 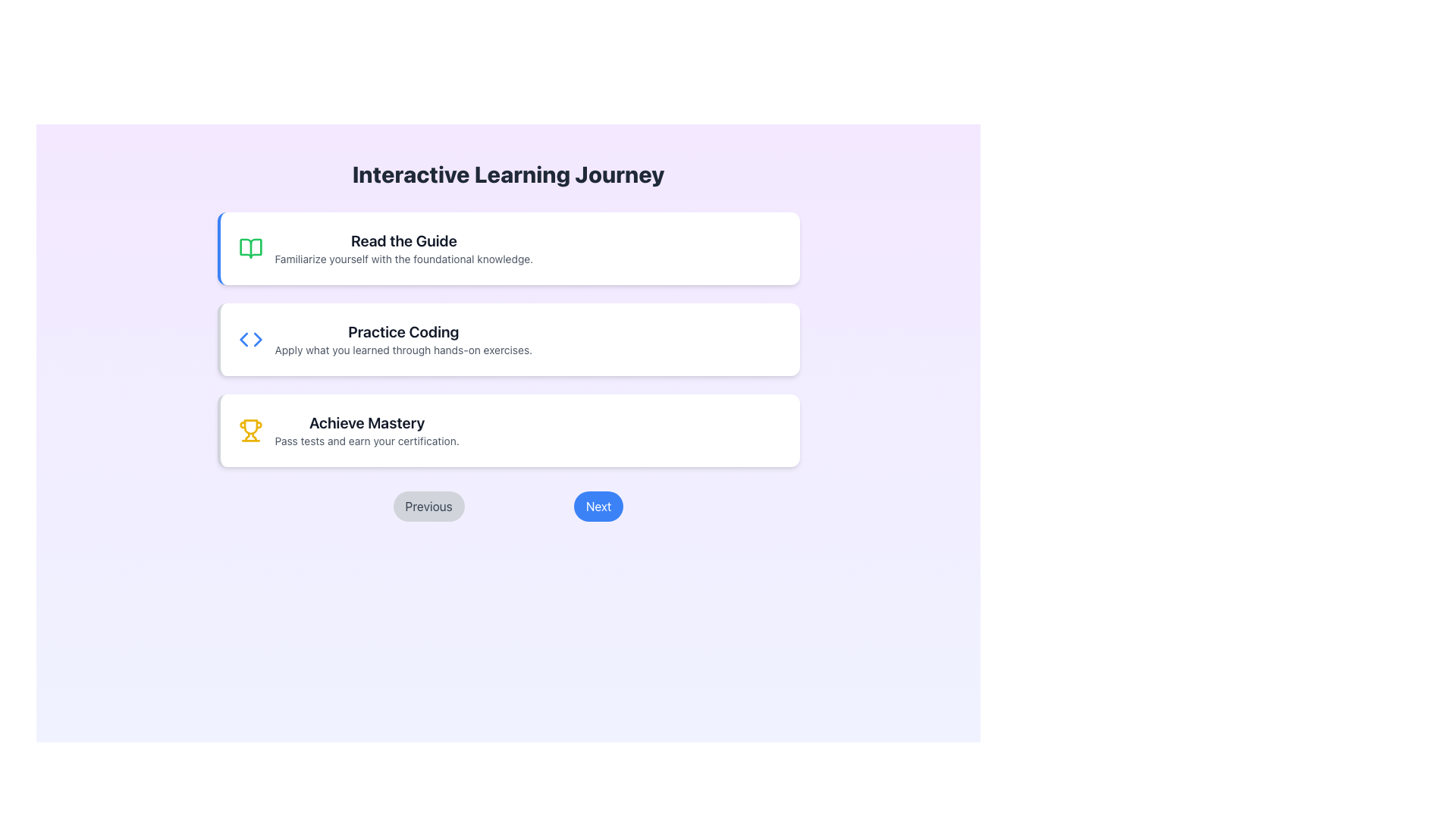 I want to click on the text label styled with a large, bold font that serves as the main heading for the section titled 'Achieve Mastery', located centrally within the third section of a vertical list of steps, so click(x=367, y=423).